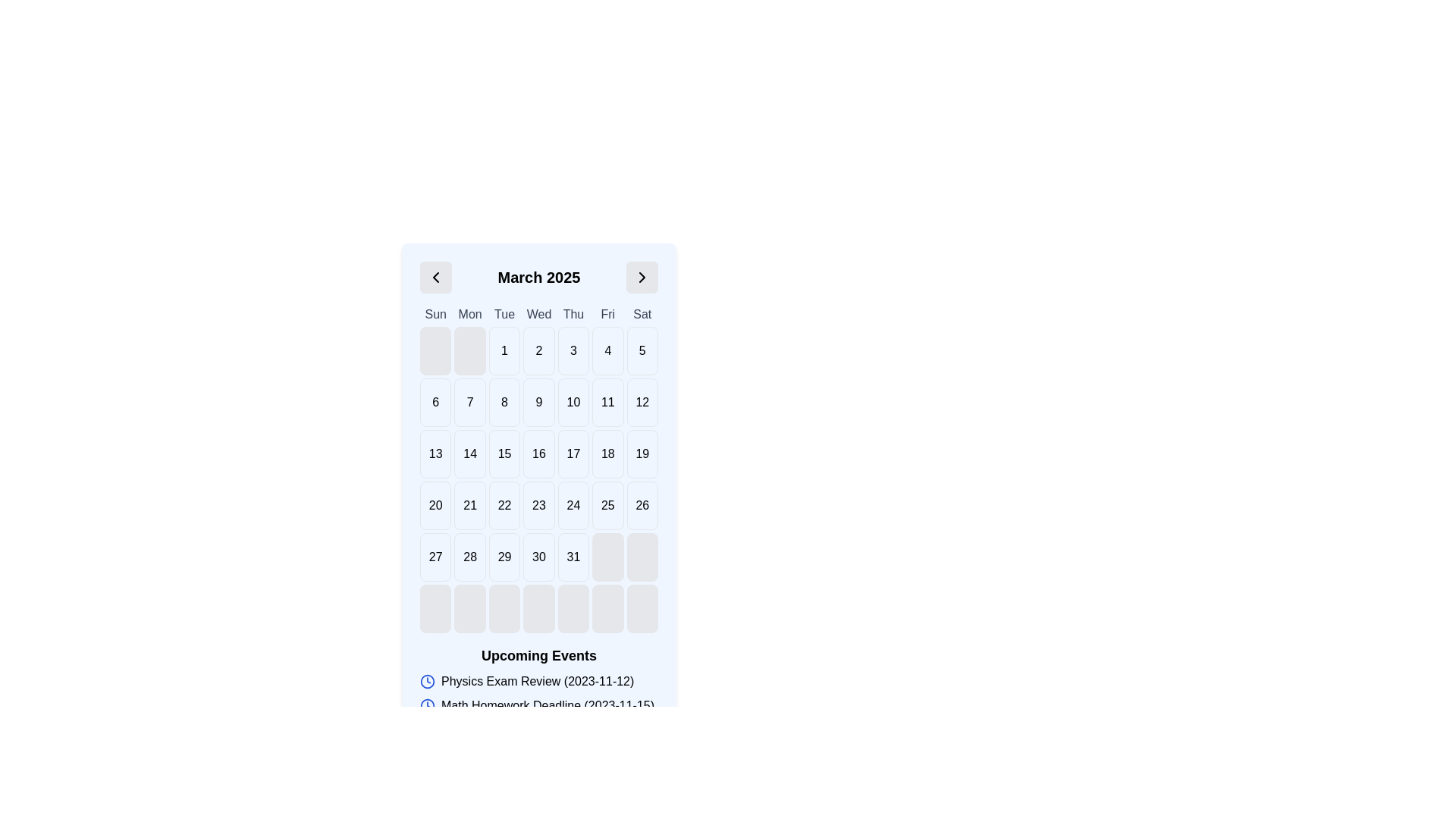 This screenshot has width=1456, height=819. I want to click on the inactive calendar slot located in the final row under the 'Saturday' column, which is a rectangular box with a rounded border and light gray background, so click(642, 607).